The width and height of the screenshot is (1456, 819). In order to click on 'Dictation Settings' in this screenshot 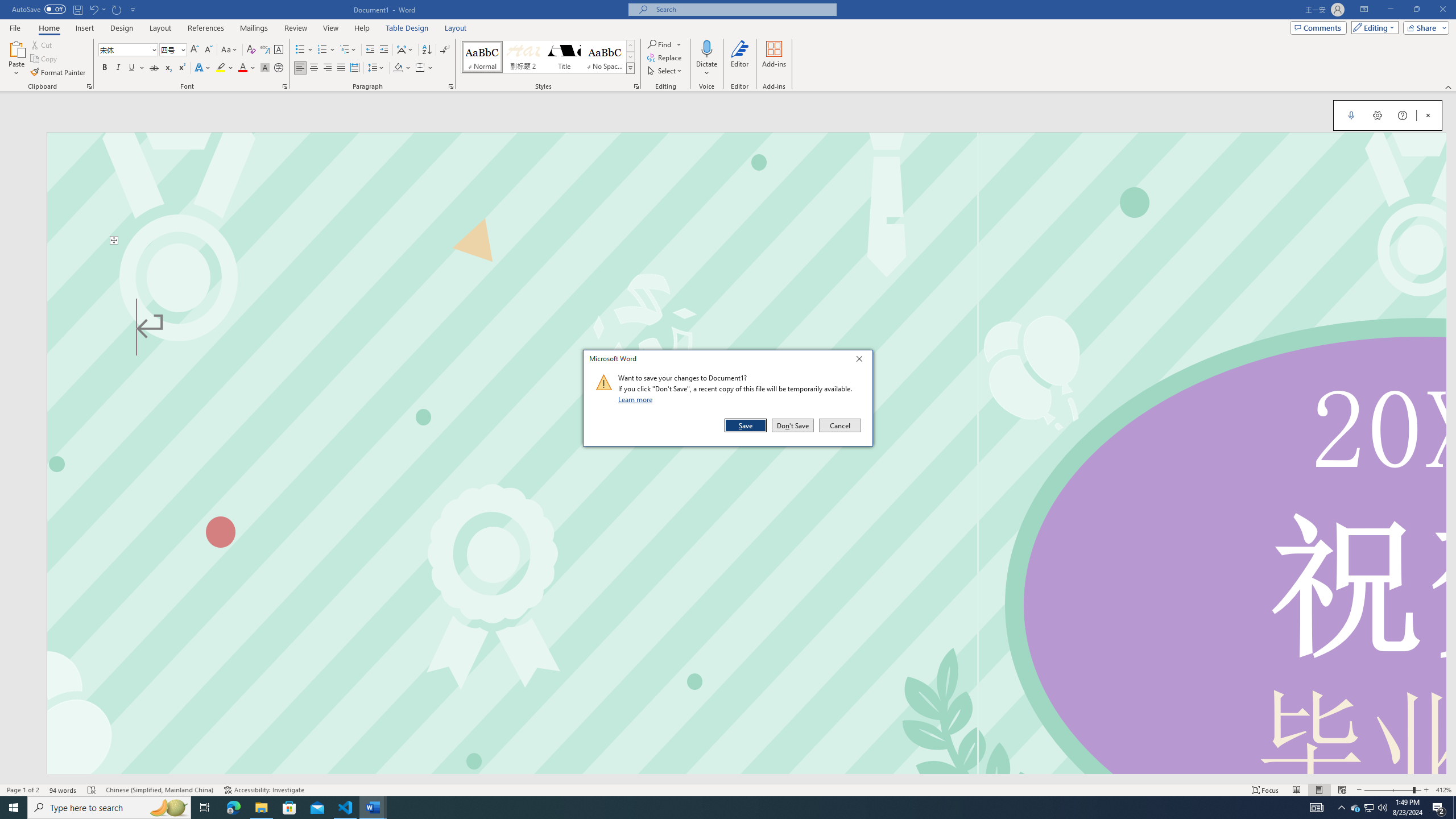, I will do `click(1377, 115)`.